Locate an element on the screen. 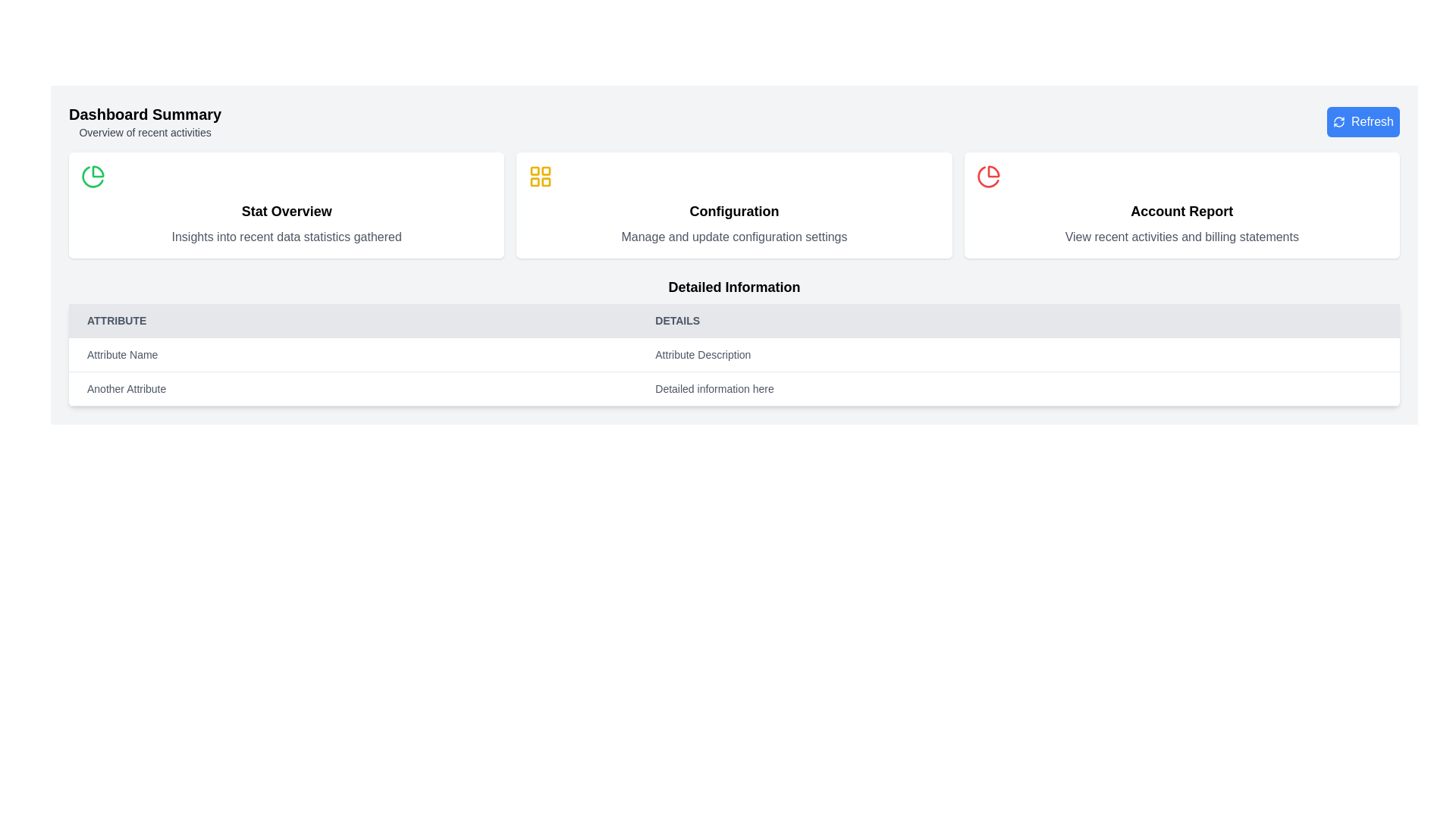 This screenshot has height=819, width=1456. the informational card in the rightmost column that provides a summary of account-related data is located at coordinates (1181, 205).